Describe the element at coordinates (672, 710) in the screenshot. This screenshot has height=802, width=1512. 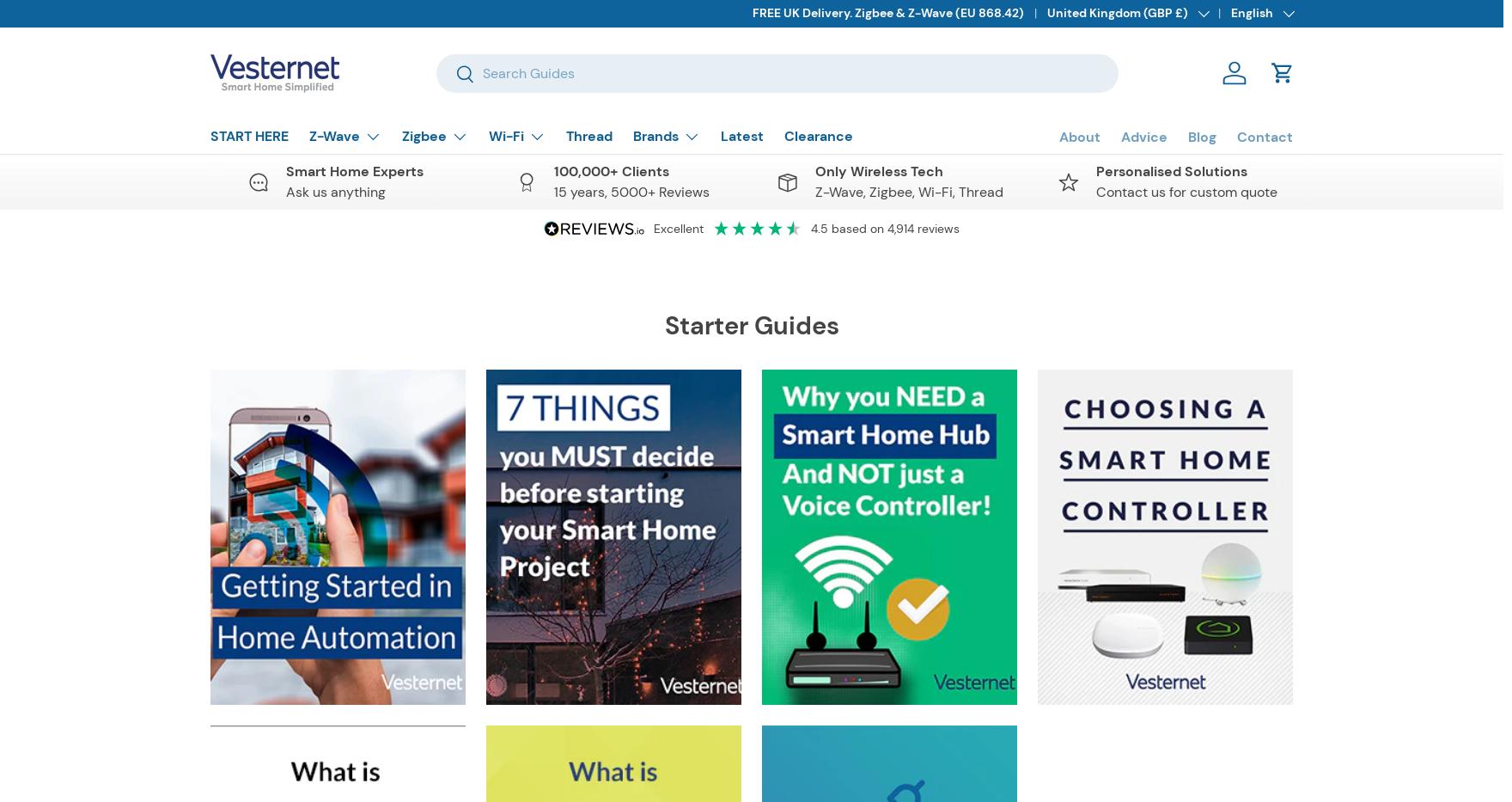
I see `'Heltun'` at that location.